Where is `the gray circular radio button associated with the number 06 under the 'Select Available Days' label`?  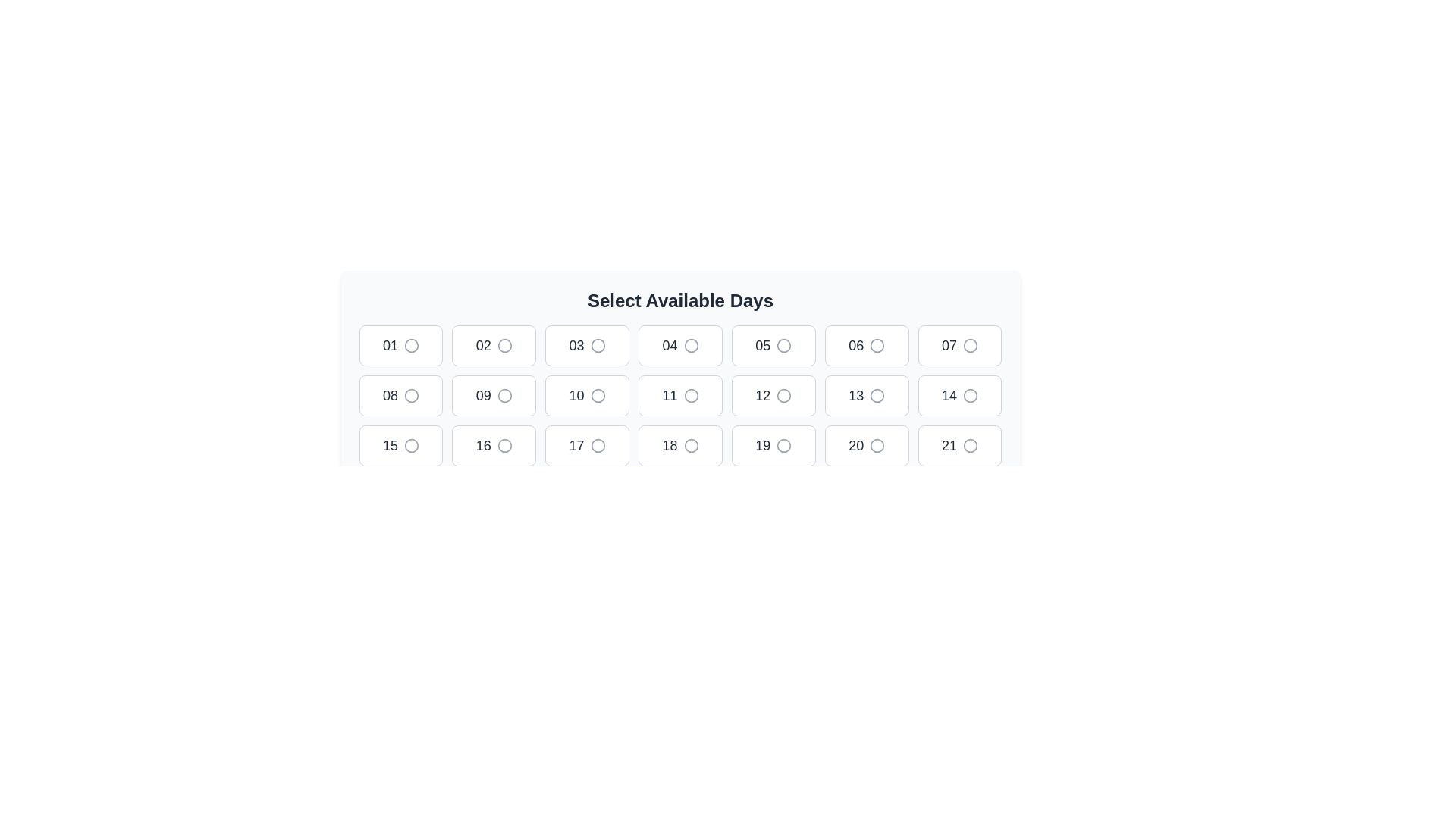 the gray circular radio button associated with the number 06 under the 'Select Available Days' label is located at coordinates (877, 345).